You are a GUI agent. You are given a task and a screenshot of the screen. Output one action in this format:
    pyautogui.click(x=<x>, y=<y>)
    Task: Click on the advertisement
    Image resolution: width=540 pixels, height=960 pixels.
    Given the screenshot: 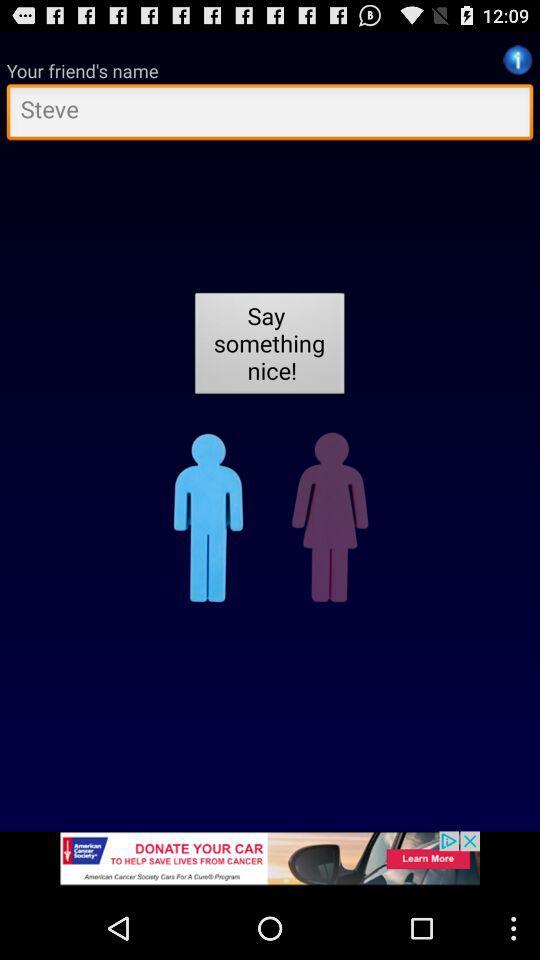 What is the action you would take?
    pyautogui.click(x=270, y=863)
    